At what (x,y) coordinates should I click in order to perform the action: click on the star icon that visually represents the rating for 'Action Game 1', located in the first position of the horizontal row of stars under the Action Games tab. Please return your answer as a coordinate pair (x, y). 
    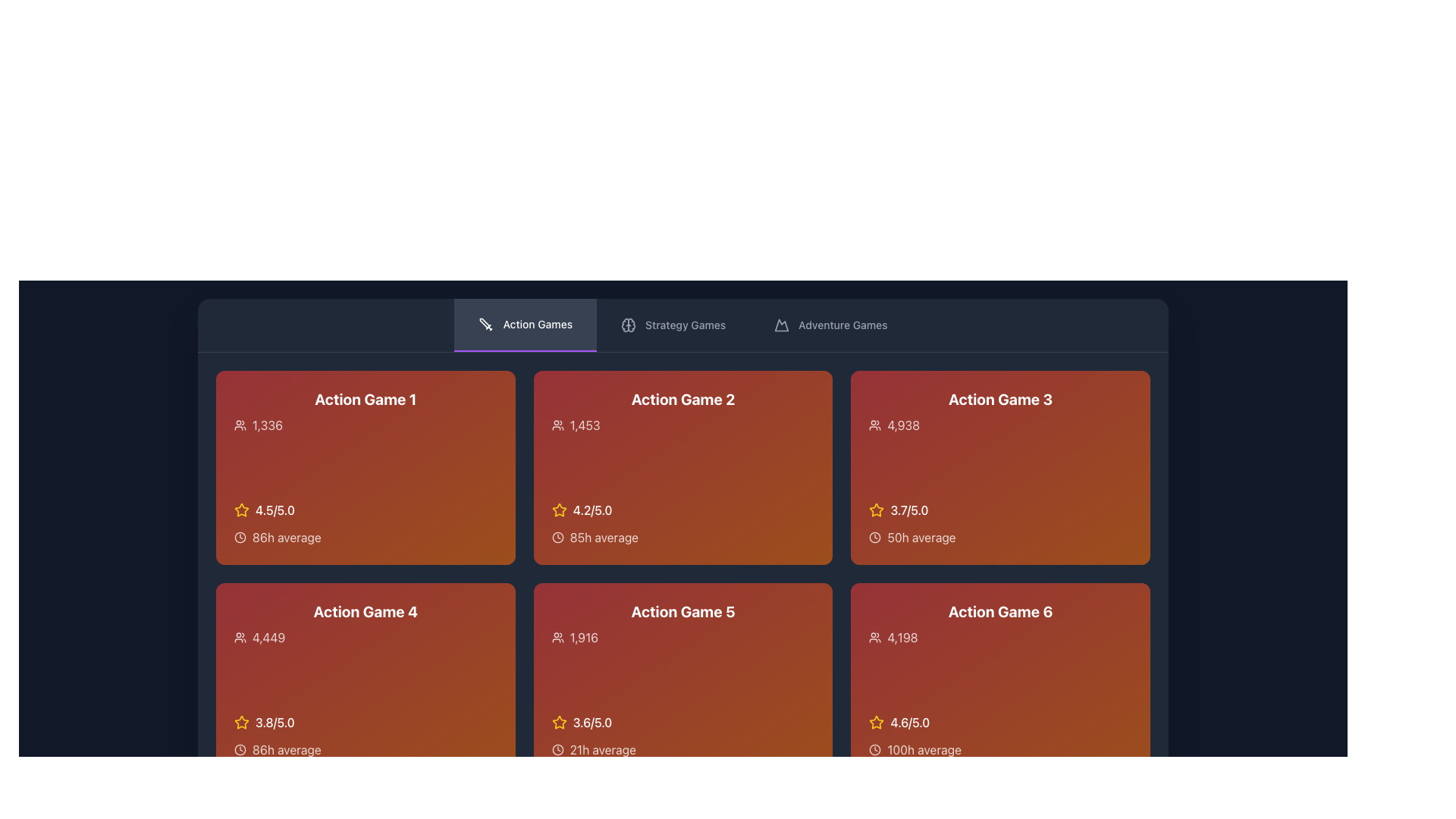
    Looking at the image, I should click on (240, 510).